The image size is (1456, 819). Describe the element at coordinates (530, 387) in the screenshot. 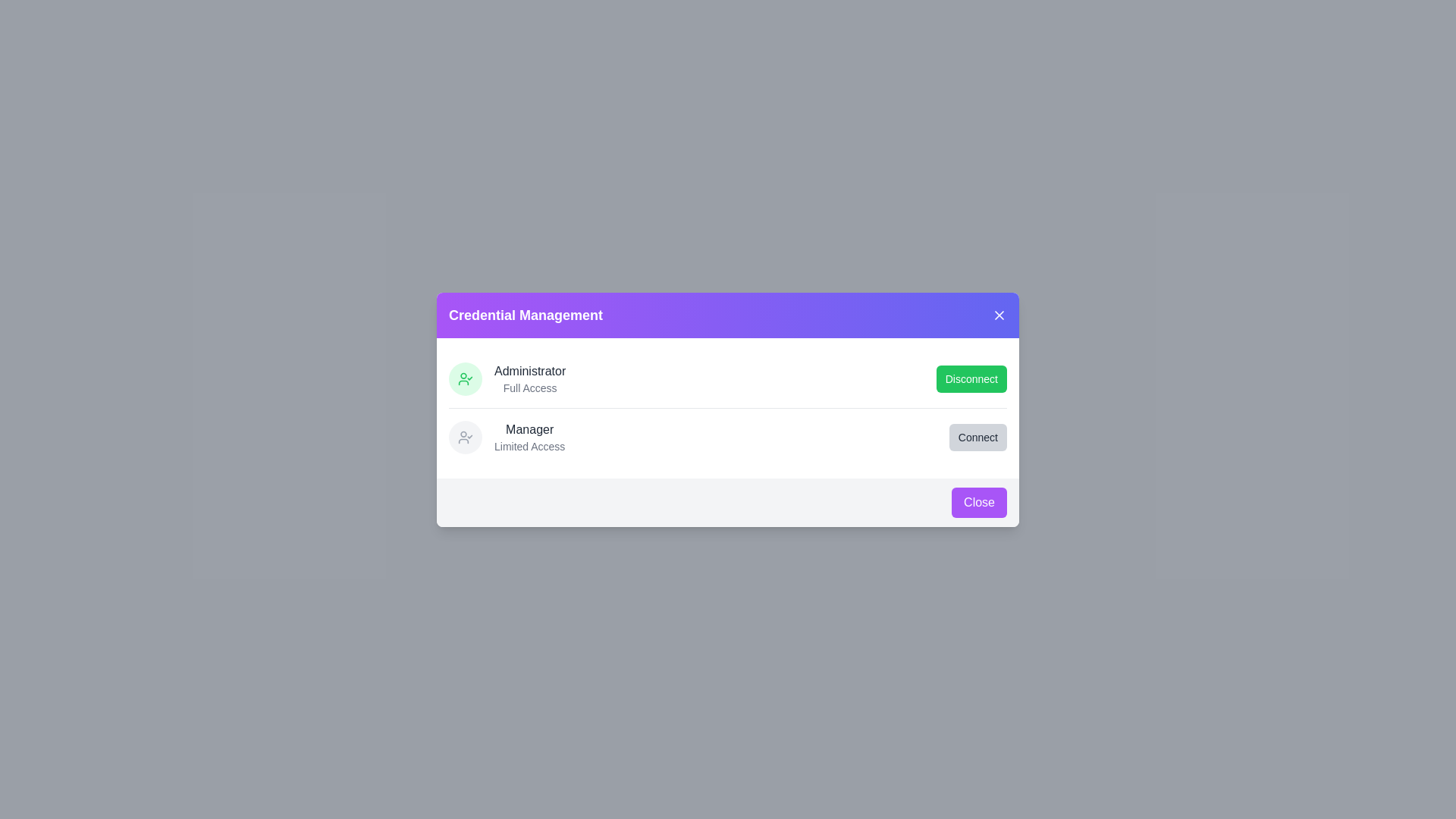

I see `the static text element that conveys the access level associated with the 'Administrator' label located directly beneath it` at that location.